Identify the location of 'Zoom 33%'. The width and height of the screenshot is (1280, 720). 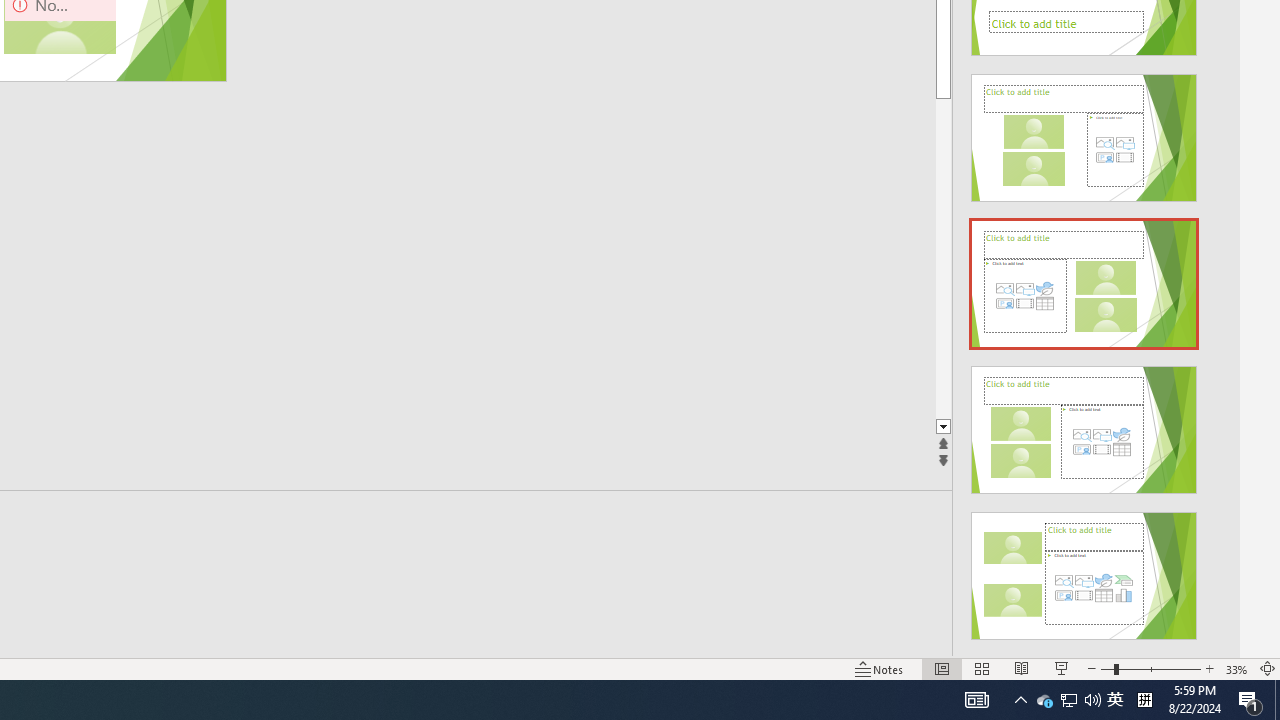
(1236, 669).